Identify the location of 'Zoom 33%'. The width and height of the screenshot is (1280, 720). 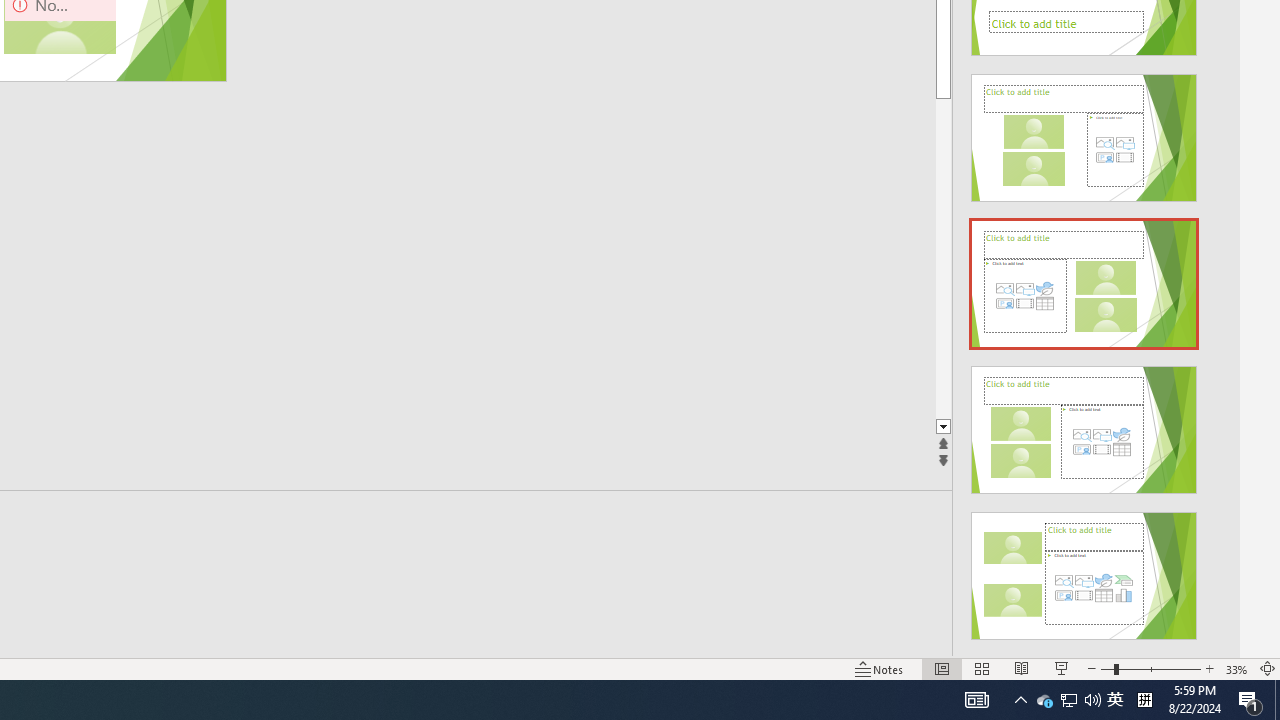
(1236, 669).